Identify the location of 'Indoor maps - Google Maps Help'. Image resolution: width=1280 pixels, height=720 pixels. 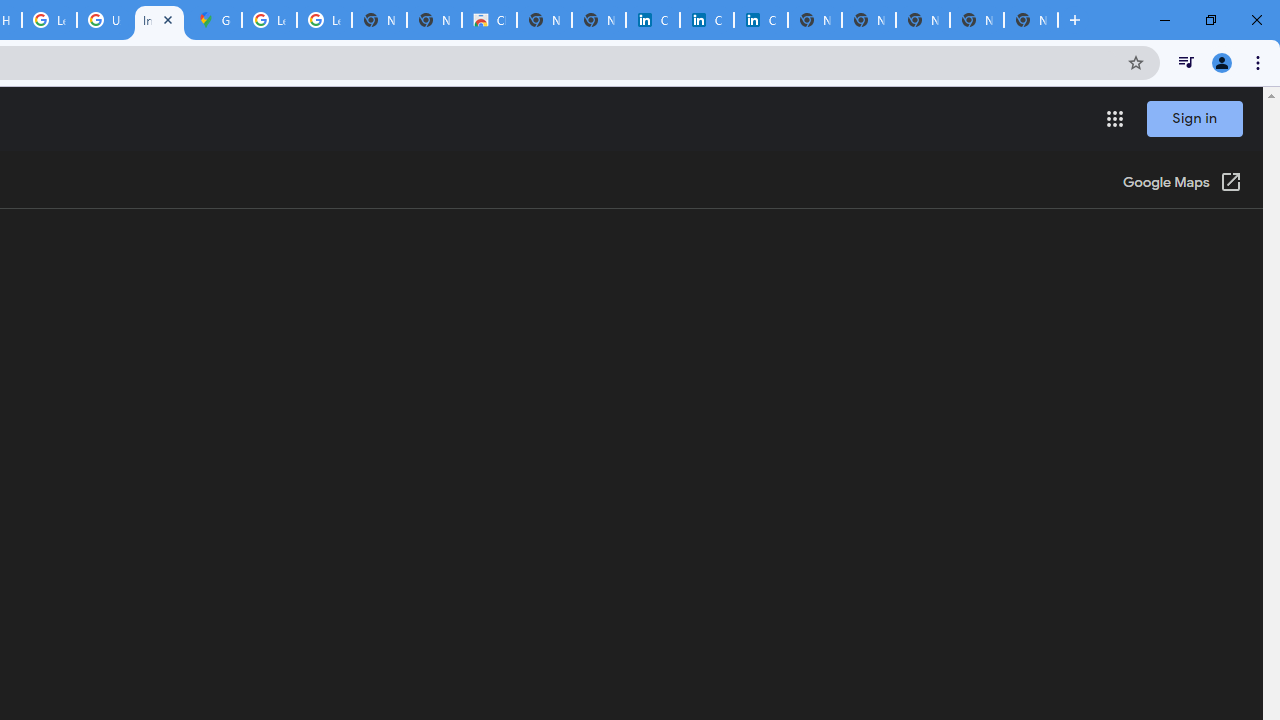
(158, 20).